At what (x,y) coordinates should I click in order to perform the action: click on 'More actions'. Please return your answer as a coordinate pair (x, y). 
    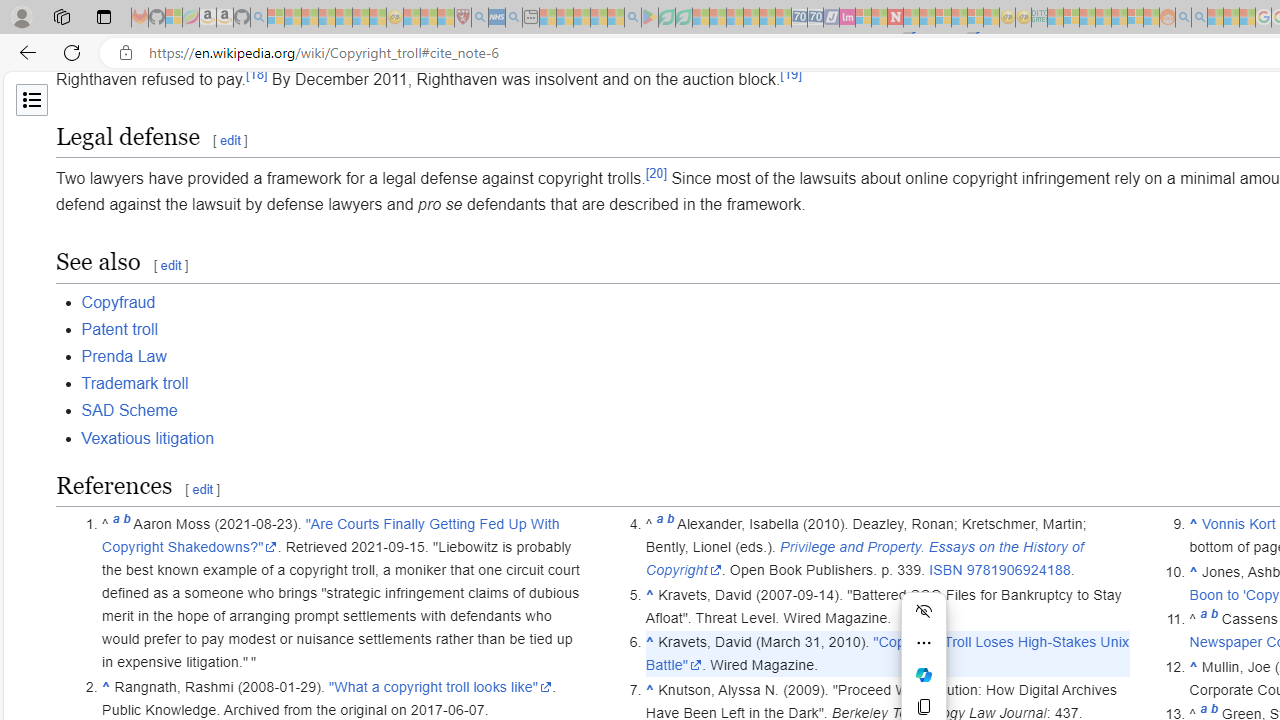
    Looking at the image, I should click on (923, 642).